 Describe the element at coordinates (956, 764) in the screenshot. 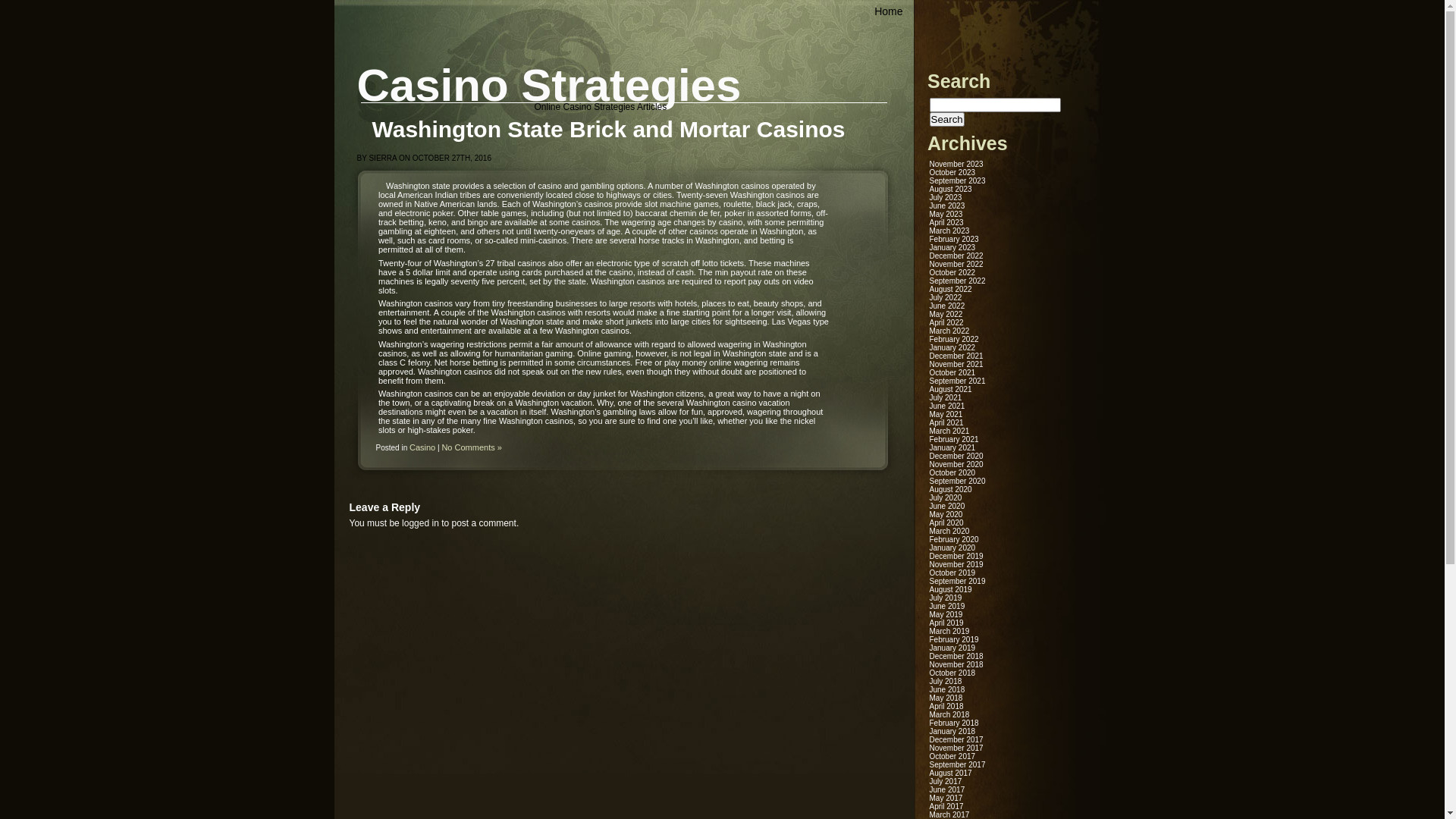

I see `'September 2017'` at that location.